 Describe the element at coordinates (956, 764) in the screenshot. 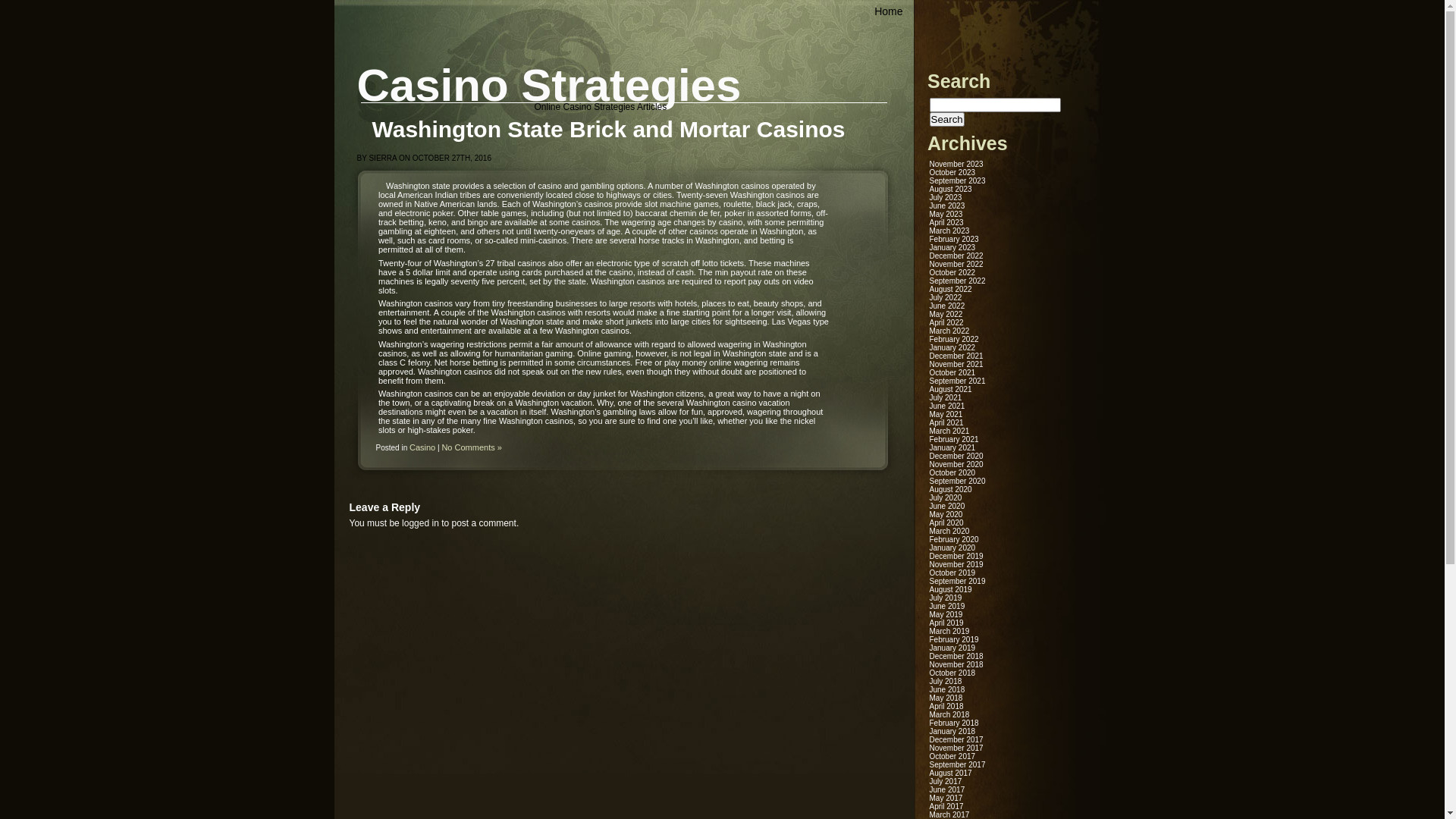

I see `'September 2017'` at that location.